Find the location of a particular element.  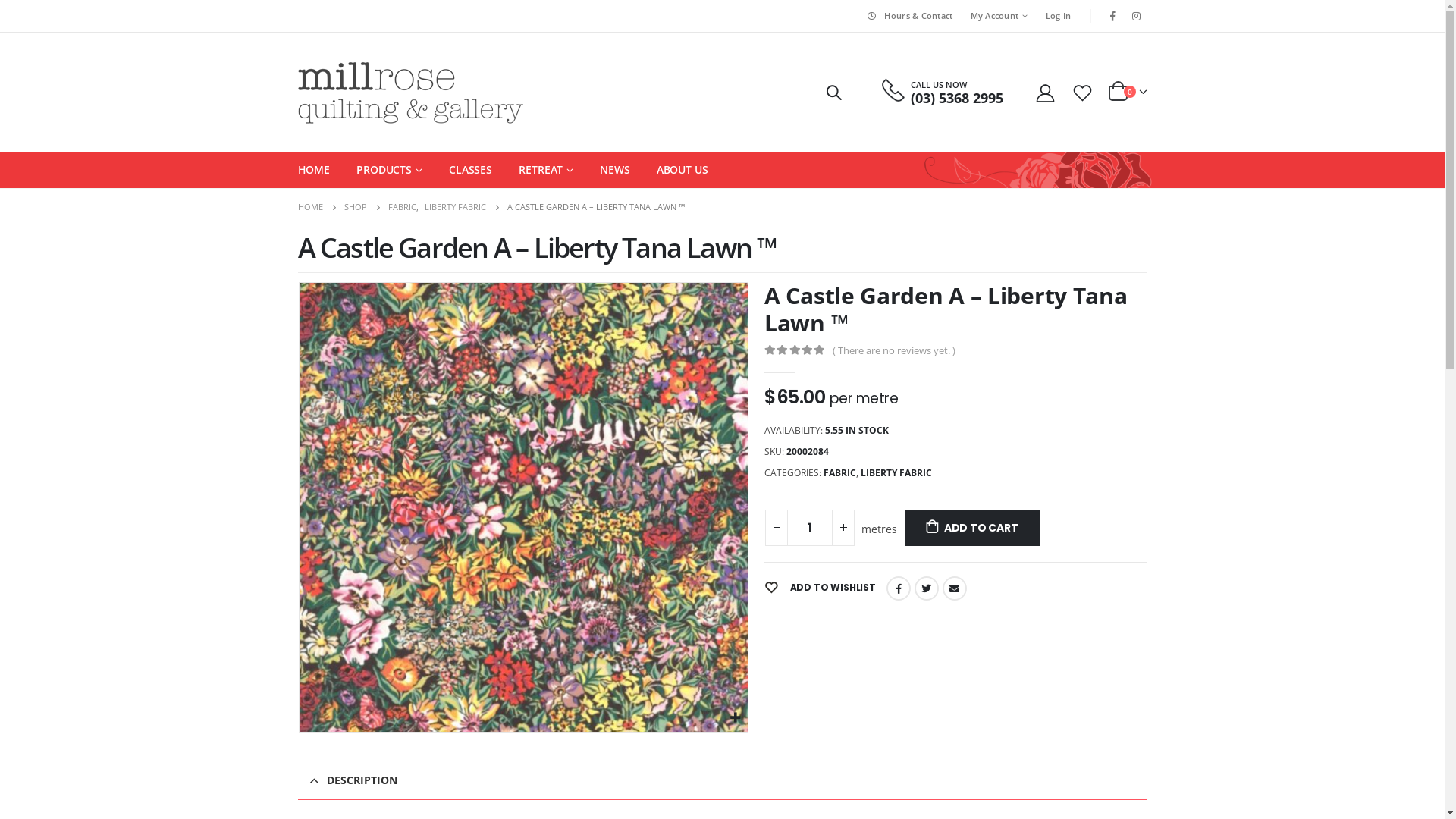

'Twitter' is located at coordinates (913, 587).